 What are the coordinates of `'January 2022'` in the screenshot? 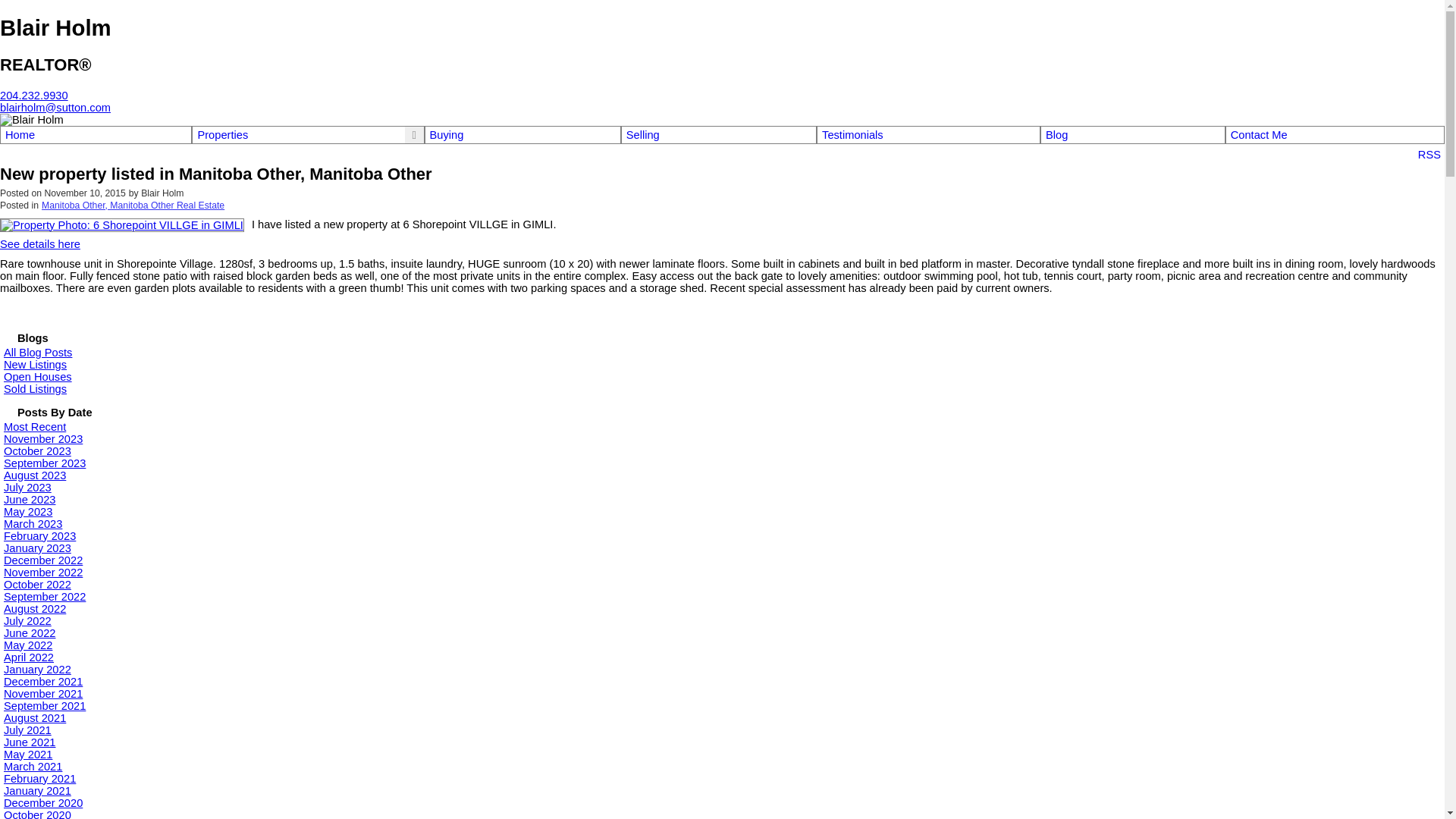 It's located at (37, 669).